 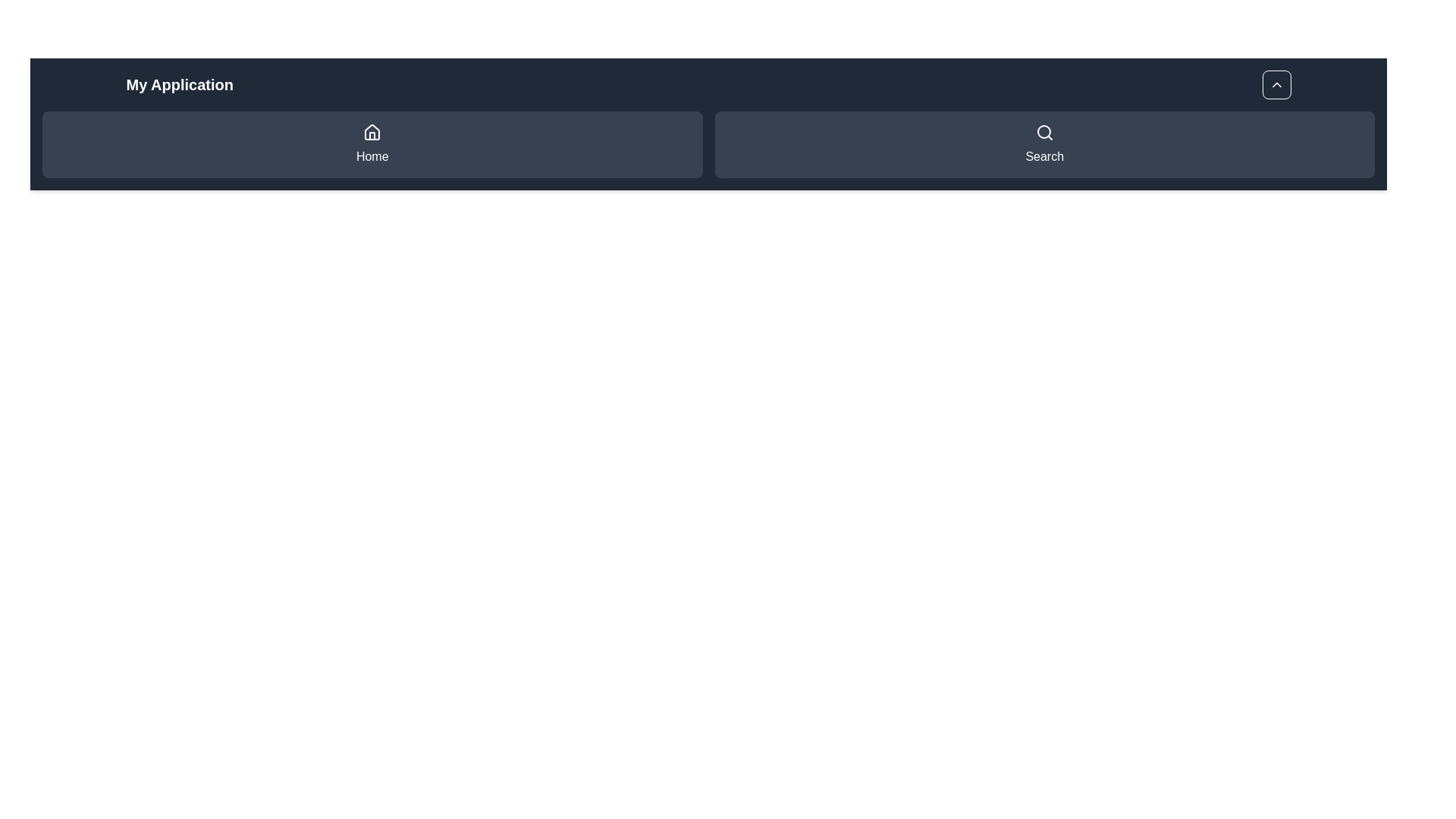 I want to click on the 'Home' icon, which is centrally positioned within the 'Home' button on the leftmost side of the navigation bar under the header 'My Application', so click(x=372, y=131).